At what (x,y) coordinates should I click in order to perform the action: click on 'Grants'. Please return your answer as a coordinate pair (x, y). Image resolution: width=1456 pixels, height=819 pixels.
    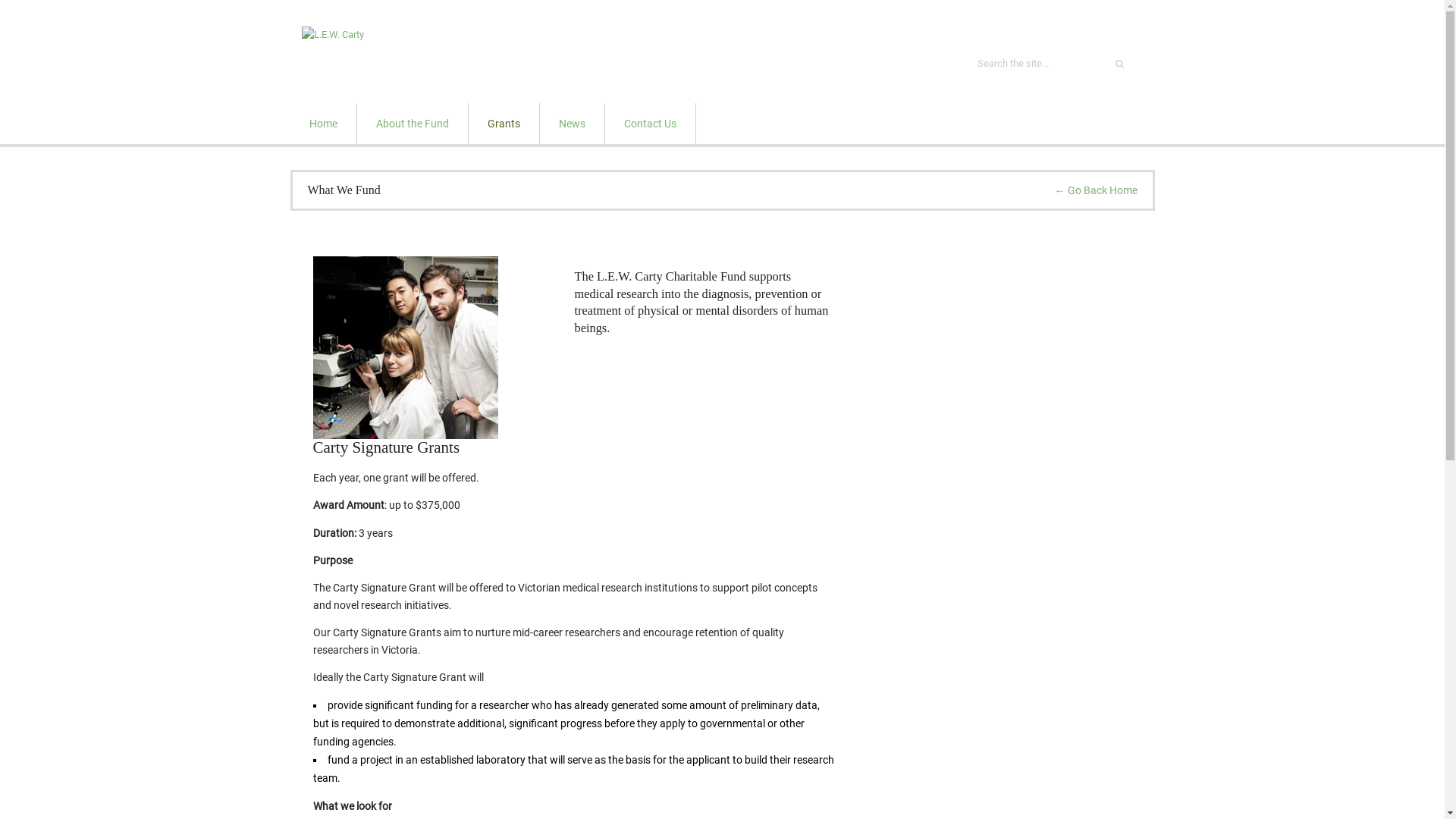
    Looking at the image, I should click on (503, 122).